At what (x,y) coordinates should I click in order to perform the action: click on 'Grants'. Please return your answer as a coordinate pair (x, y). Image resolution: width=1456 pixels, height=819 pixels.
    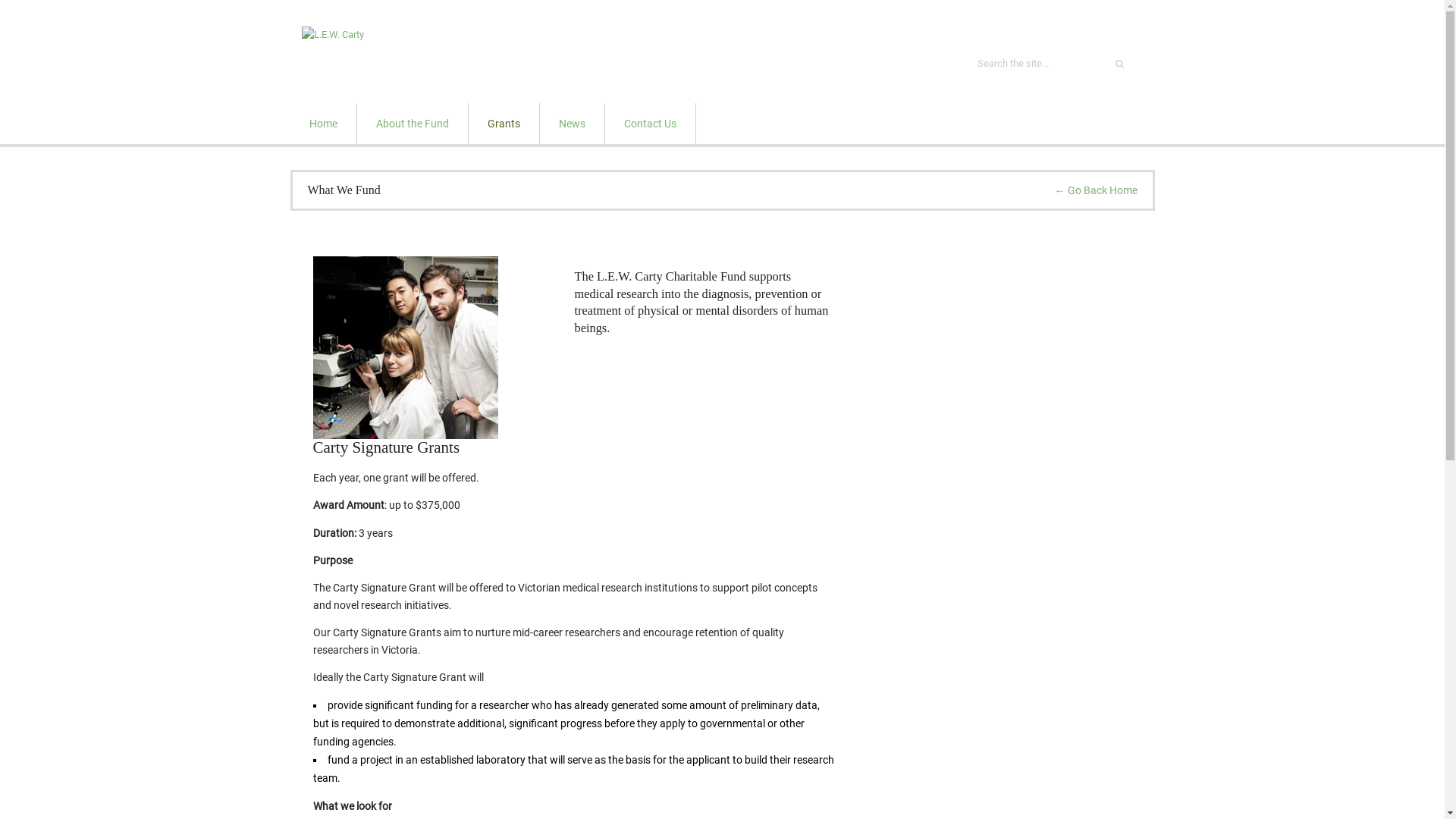
    Looking at the image, I should click on (503, 122).